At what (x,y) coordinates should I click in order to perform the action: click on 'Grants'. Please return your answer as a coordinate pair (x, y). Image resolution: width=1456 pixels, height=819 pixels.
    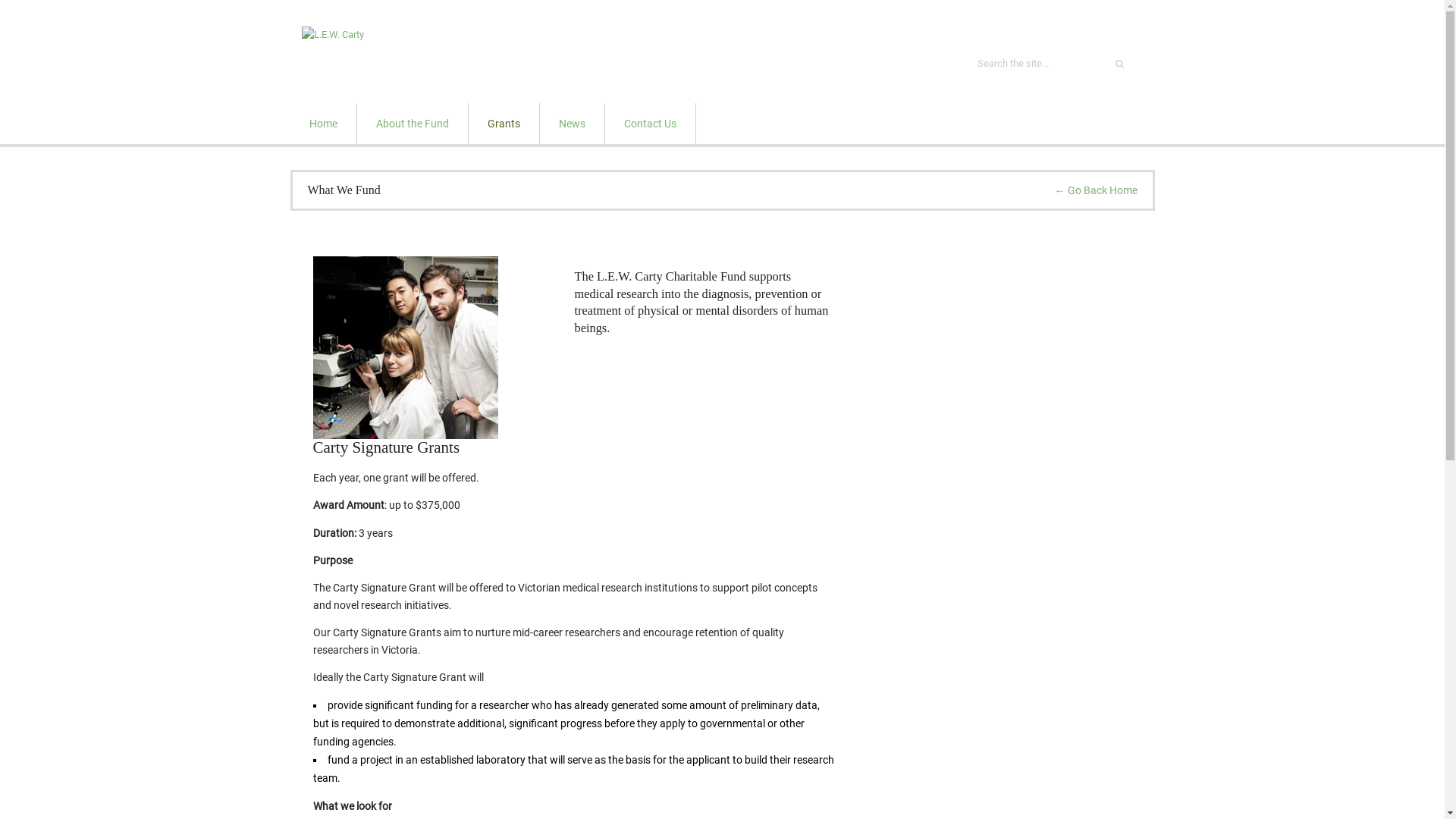
    Looking at the image, I should click on (503, 122).